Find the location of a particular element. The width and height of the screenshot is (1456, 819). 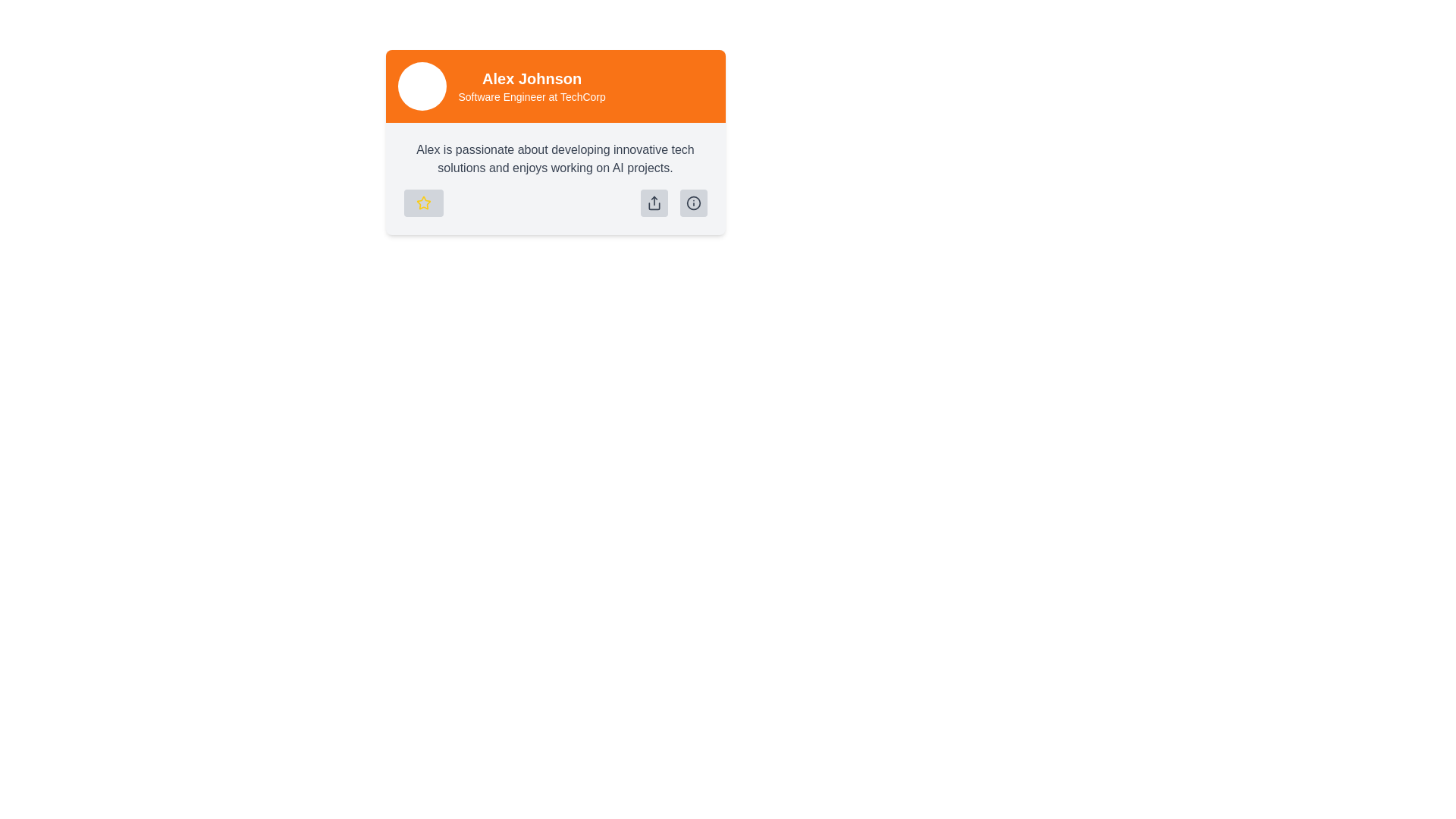

the decorative or functional icon located towards the left of the user description section within the card interface is located at coordinates (423, 202).